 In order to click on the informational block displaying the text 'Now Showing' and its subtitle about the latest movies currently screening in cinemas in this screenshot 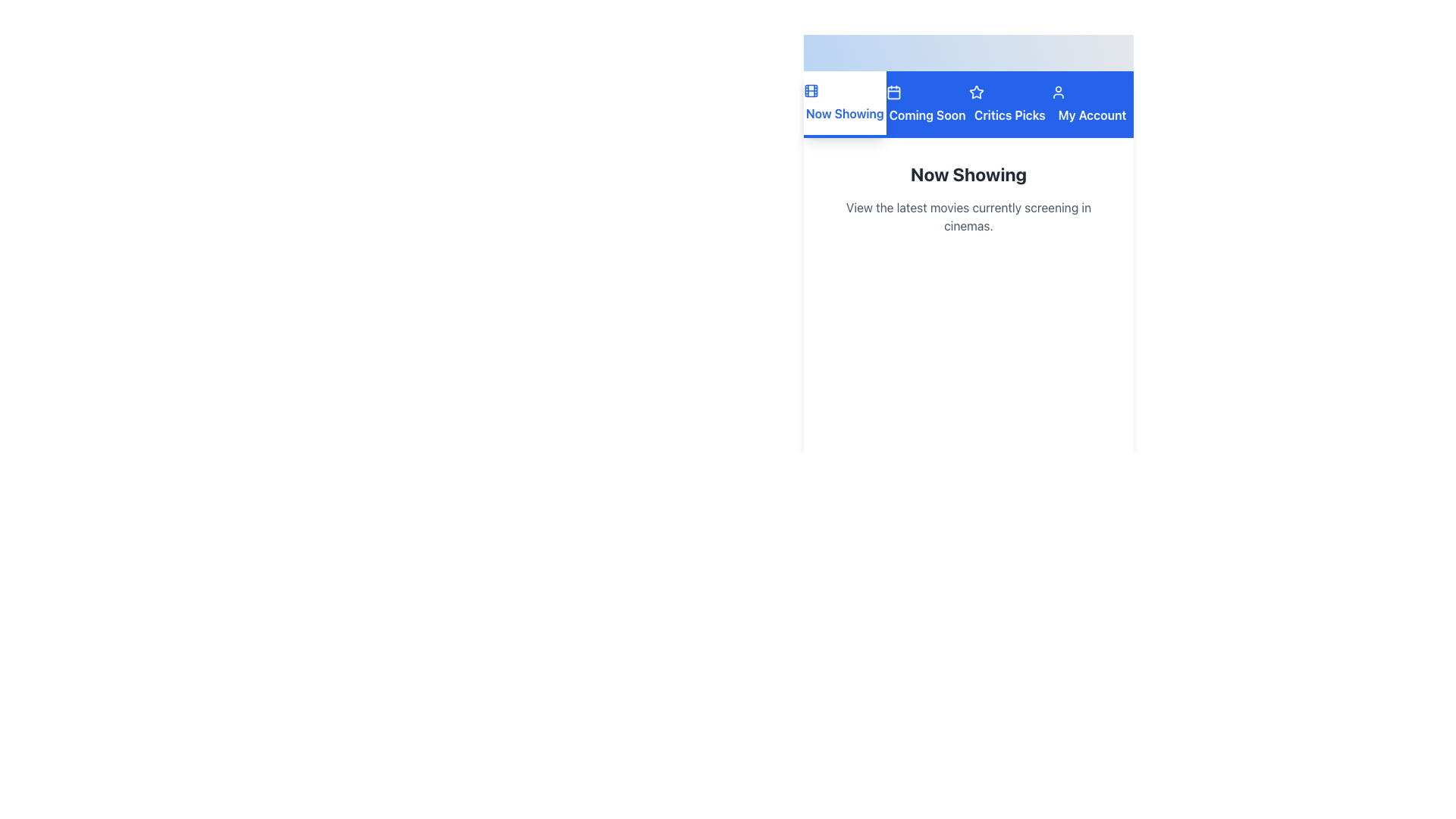, I will do `click(968, 198)`.